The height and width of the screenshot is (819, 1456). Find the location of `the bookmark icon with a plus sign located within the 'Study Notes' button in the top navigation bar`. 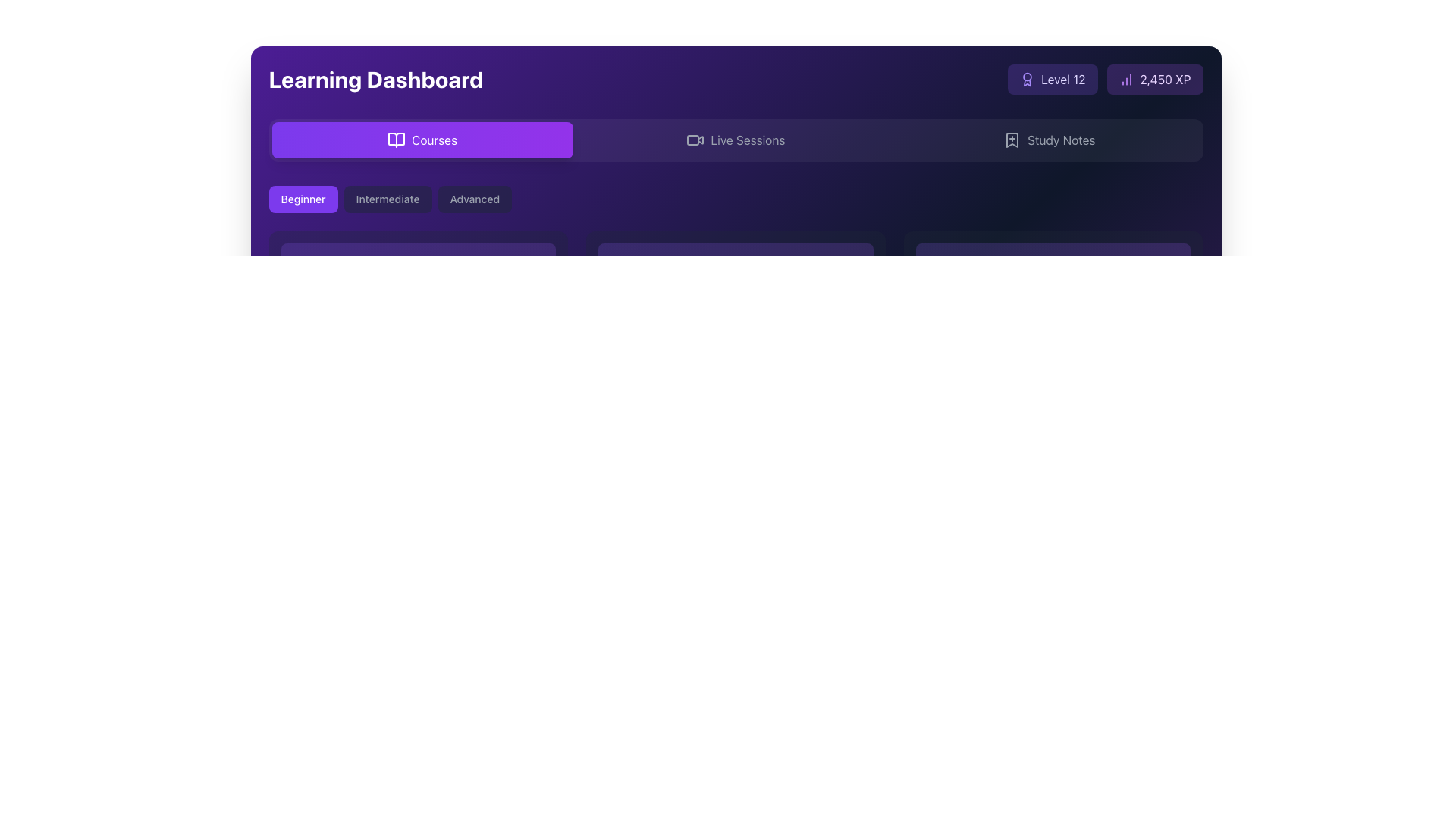

the bookmark icon with a plus sign located within the 'Study Notes' button in the top navigation bar is located at coordinates (1012, 140).